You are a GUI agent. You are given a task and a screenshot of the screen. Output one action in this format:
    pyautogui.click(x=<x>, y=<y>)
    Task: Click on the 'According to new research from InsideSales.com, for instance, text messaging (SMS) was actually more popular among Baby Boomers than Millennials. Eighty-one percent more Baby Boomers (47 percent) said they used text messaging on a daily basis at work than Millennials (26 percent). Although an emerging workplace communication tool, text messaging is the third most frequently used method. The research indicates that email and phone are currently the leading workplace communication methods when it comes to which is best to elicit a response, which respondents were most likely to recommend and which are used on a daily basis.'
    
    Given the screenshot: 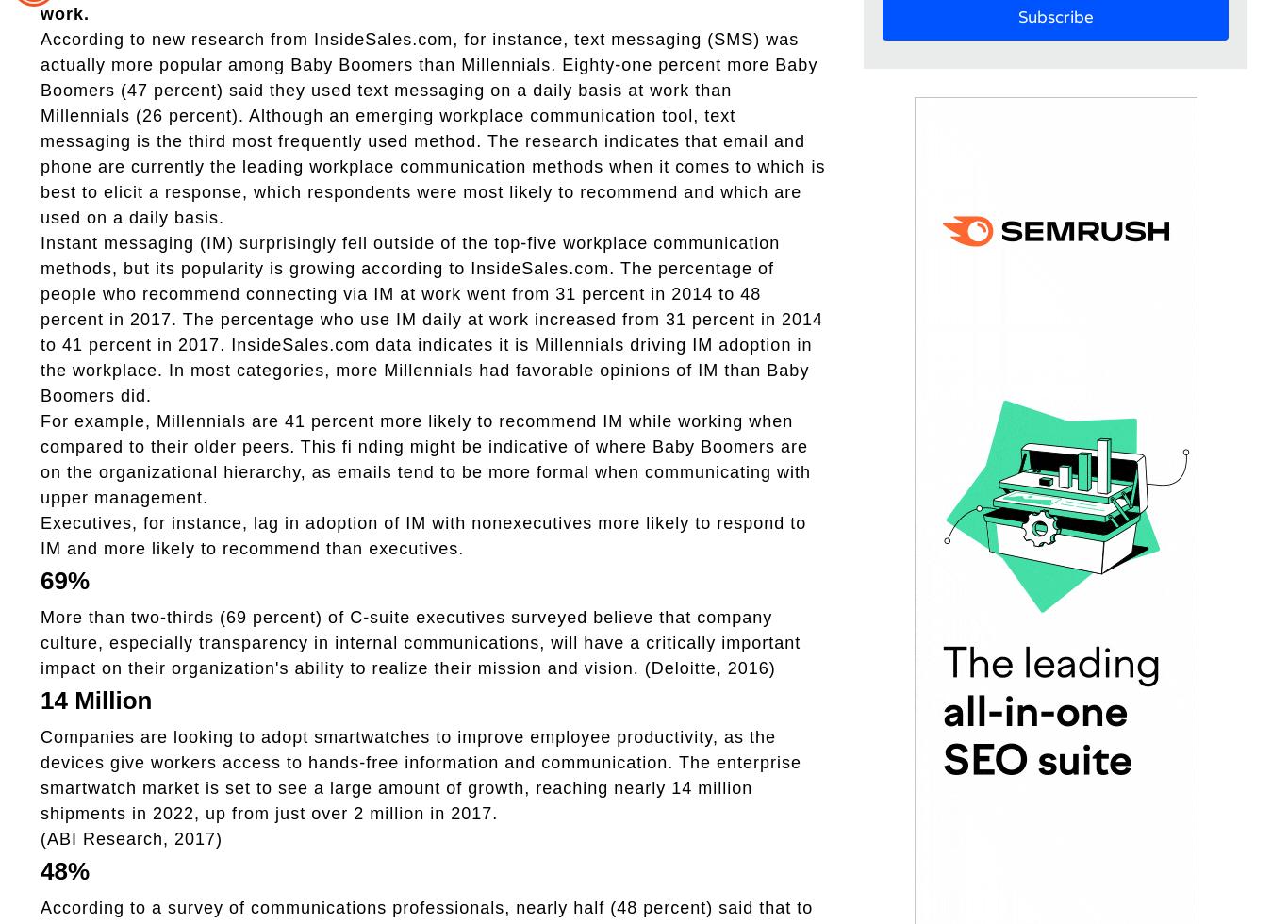 What is the action you would take?
    pyautogui.click(x=432, y=127)
    